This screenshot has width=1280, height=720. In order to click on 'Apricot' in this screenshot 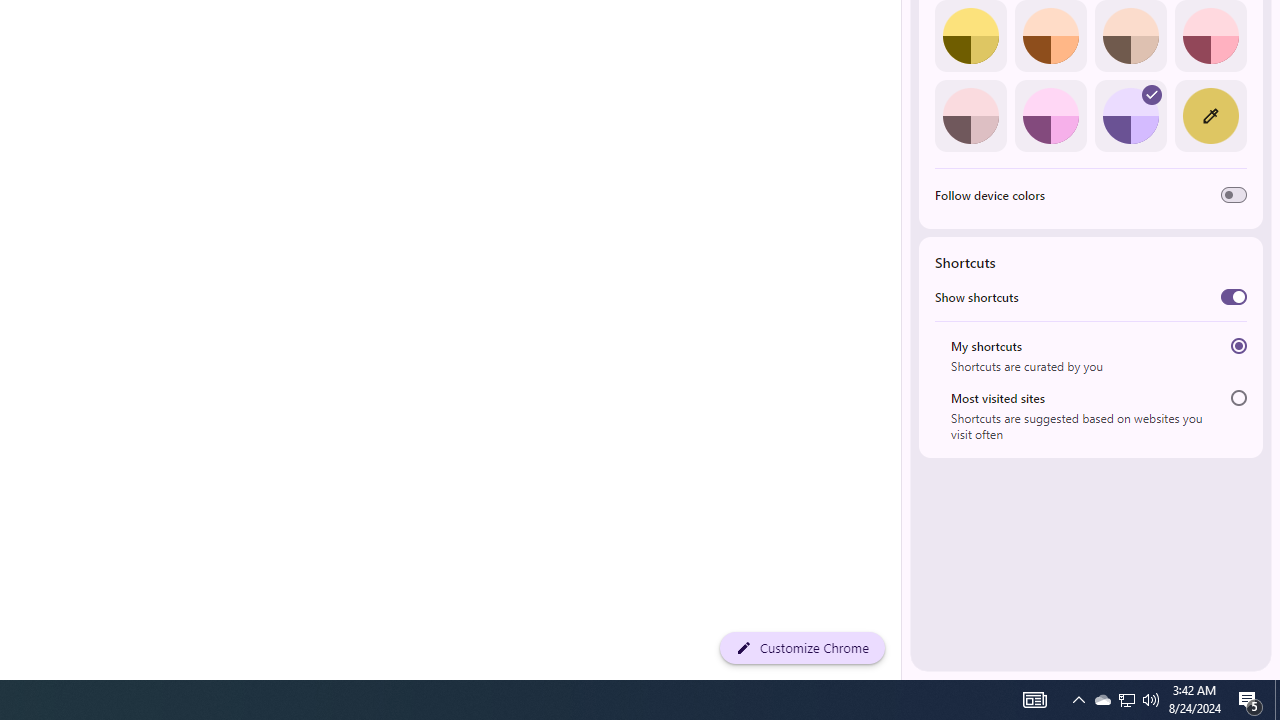, I will do `click(1130, 36)`.